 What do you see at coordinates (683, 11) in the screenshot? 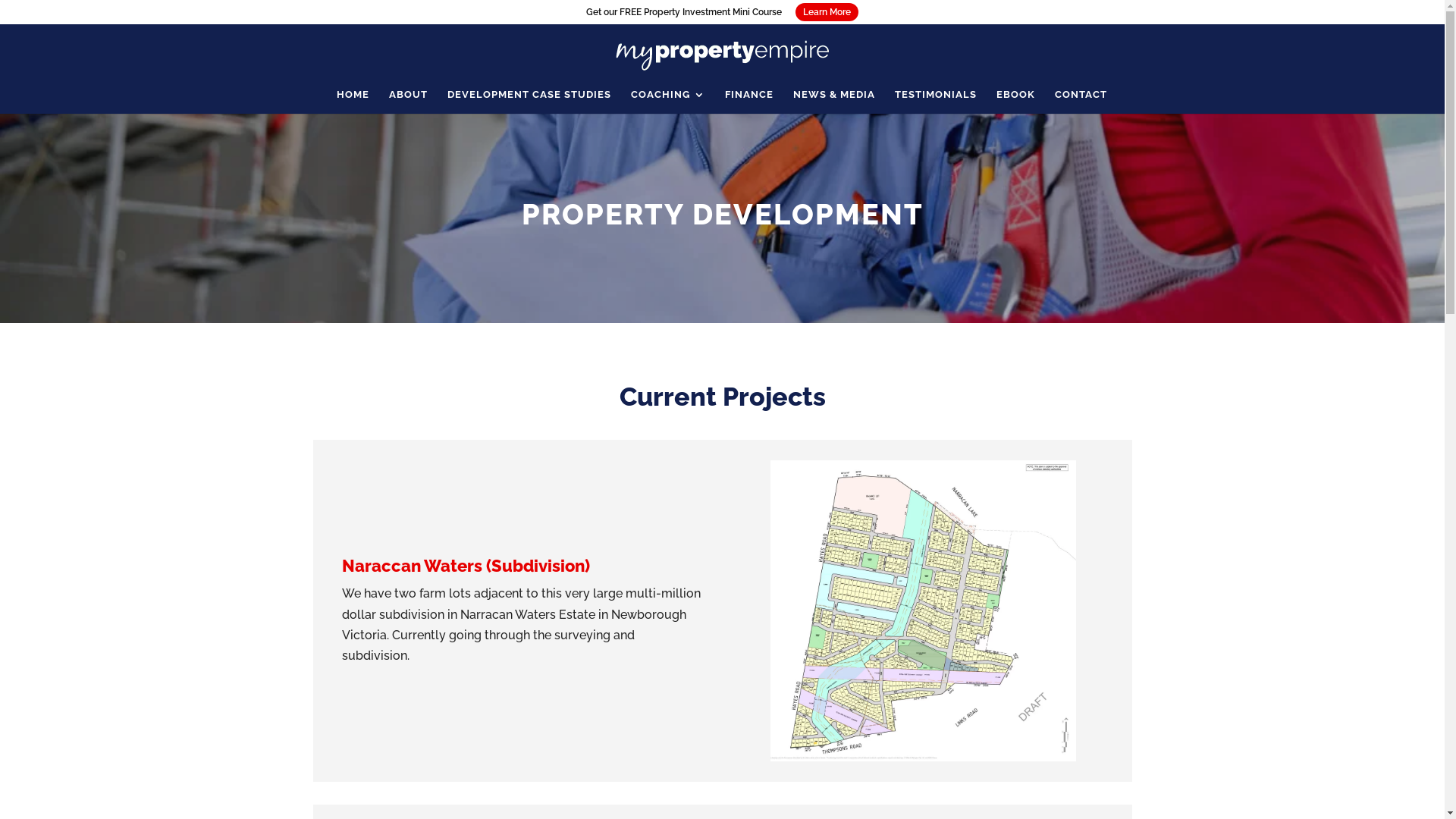
I see `'Get our FREE Property Investment Mini Course'` at bounding box center [683, 11].